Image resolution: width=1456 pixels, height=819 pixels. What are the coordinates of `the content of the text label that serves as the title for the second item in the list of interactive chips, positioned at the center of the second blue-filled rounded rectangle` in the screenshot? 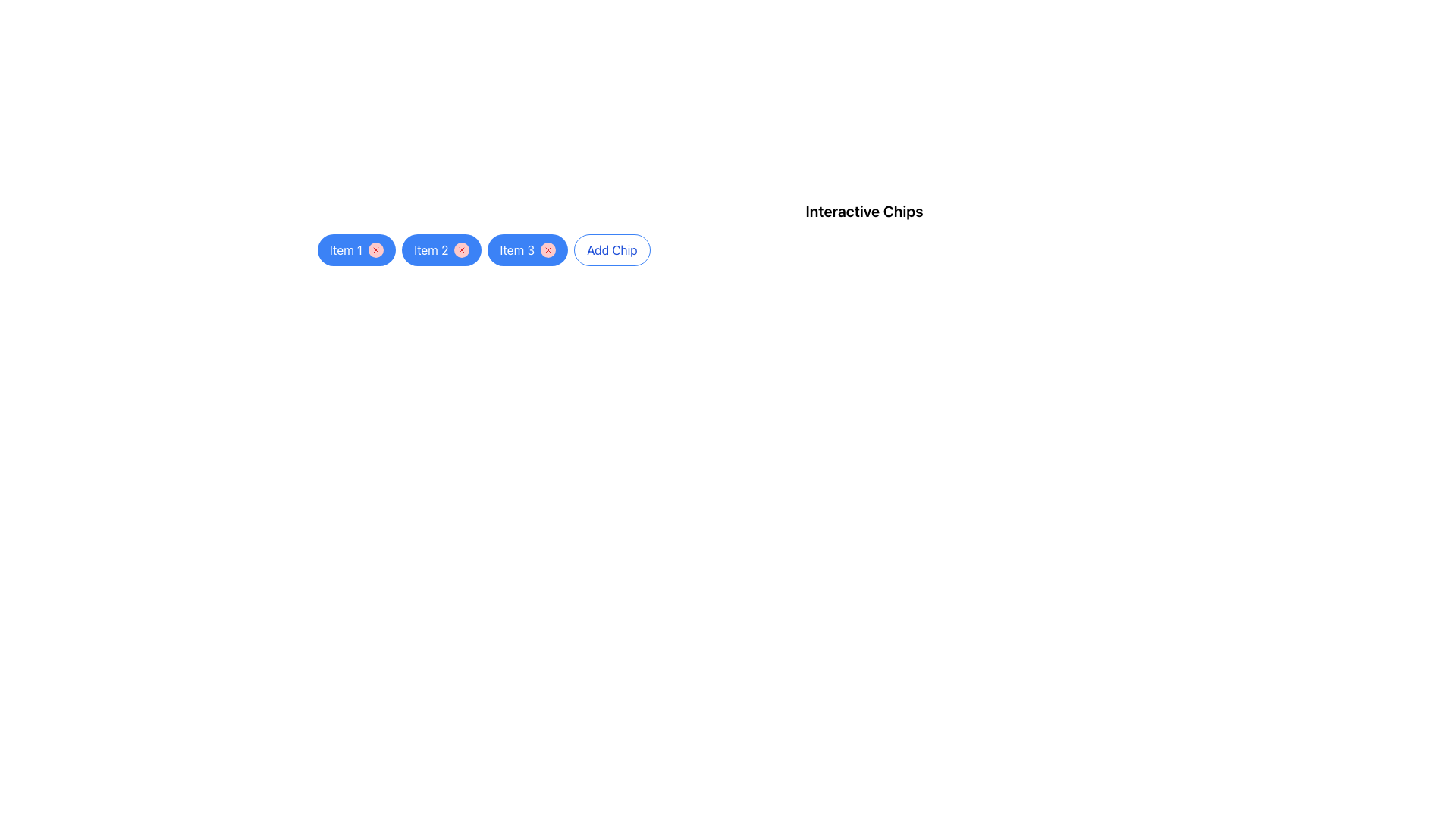 It's located at (430, 249).